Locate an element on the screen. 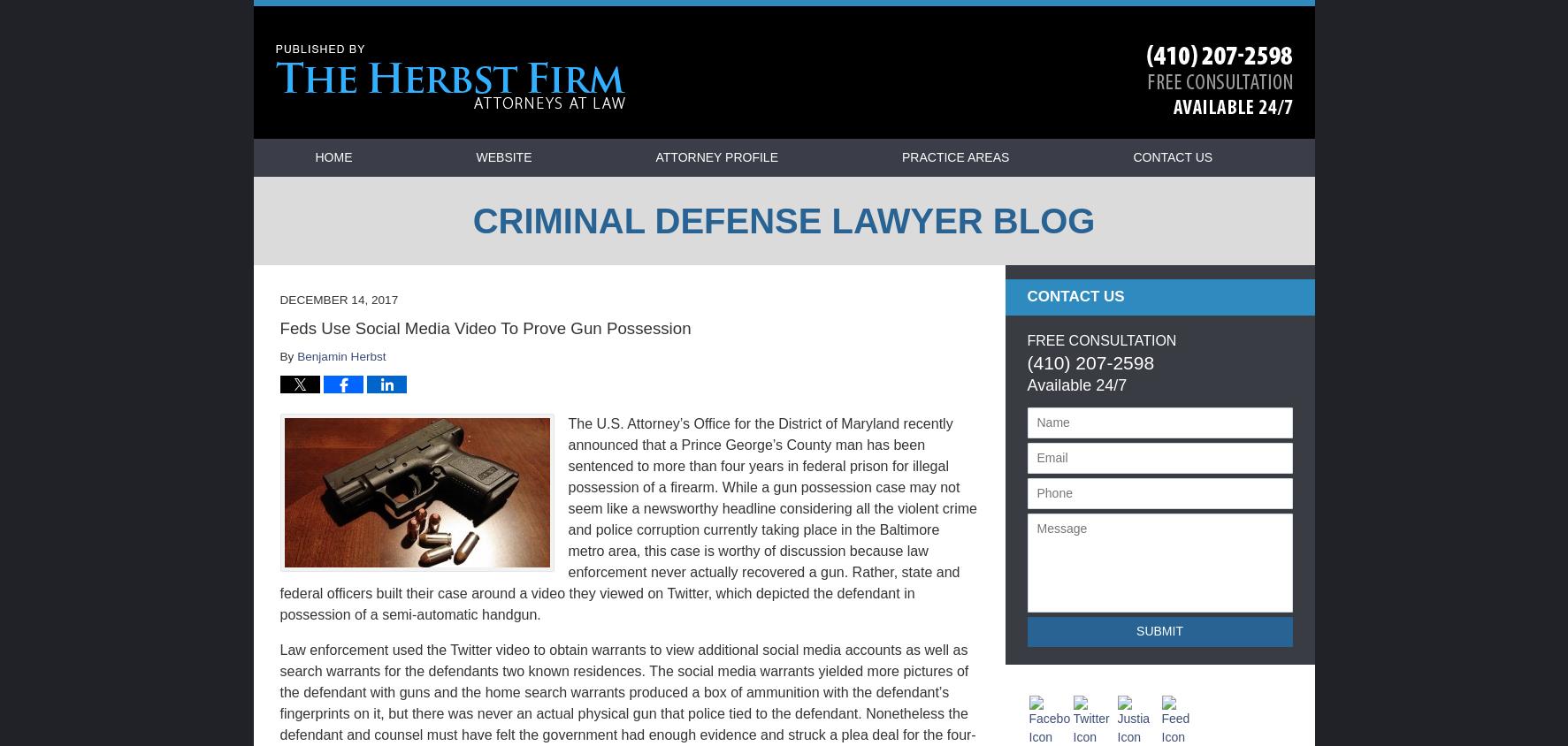 The image size is (1568, 746). 'By' is located at coordinates (288, 356).